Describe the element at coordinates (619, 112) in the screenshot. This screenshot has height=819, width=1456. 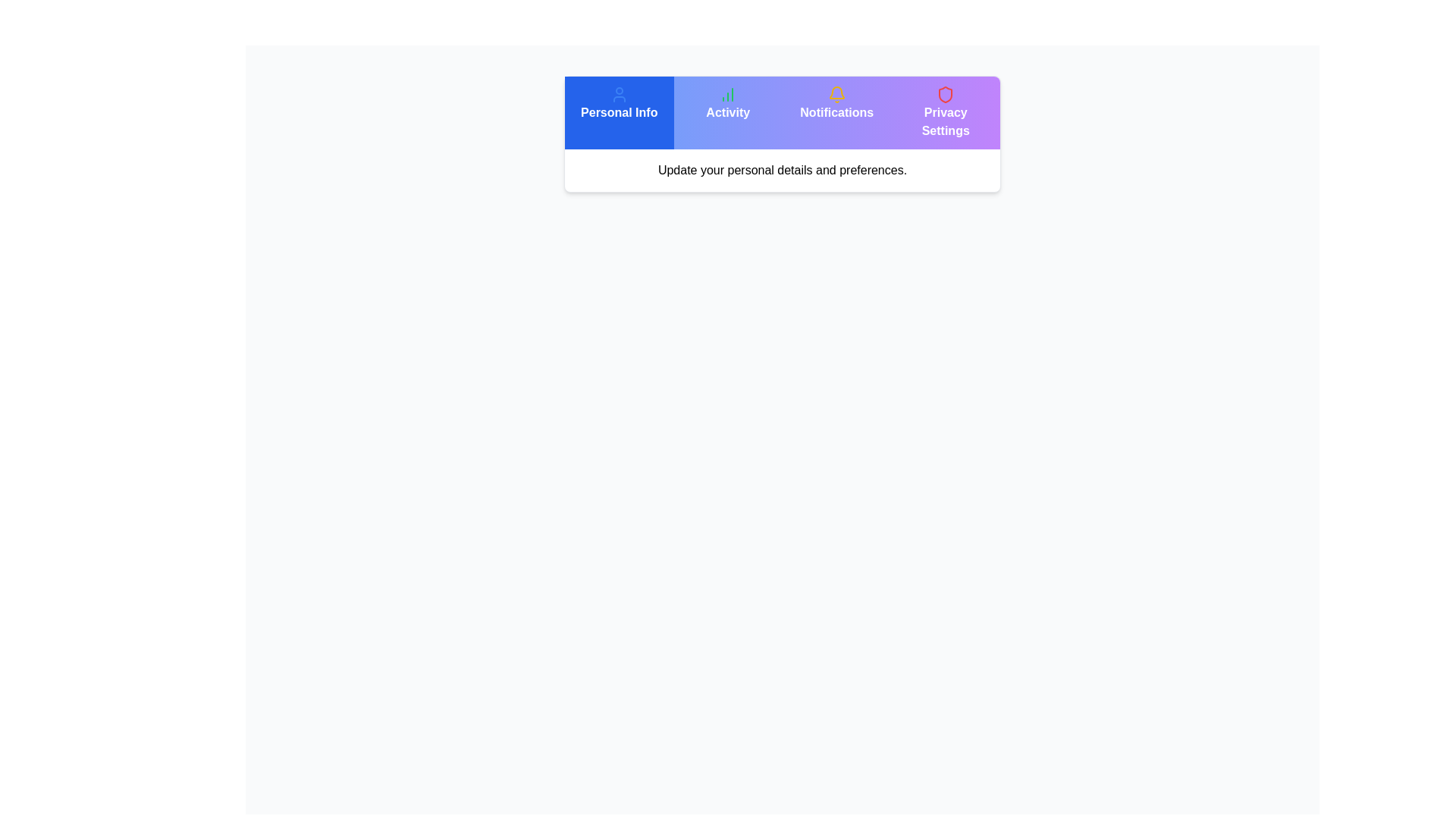
I see `the Personal Info tab` at that location.